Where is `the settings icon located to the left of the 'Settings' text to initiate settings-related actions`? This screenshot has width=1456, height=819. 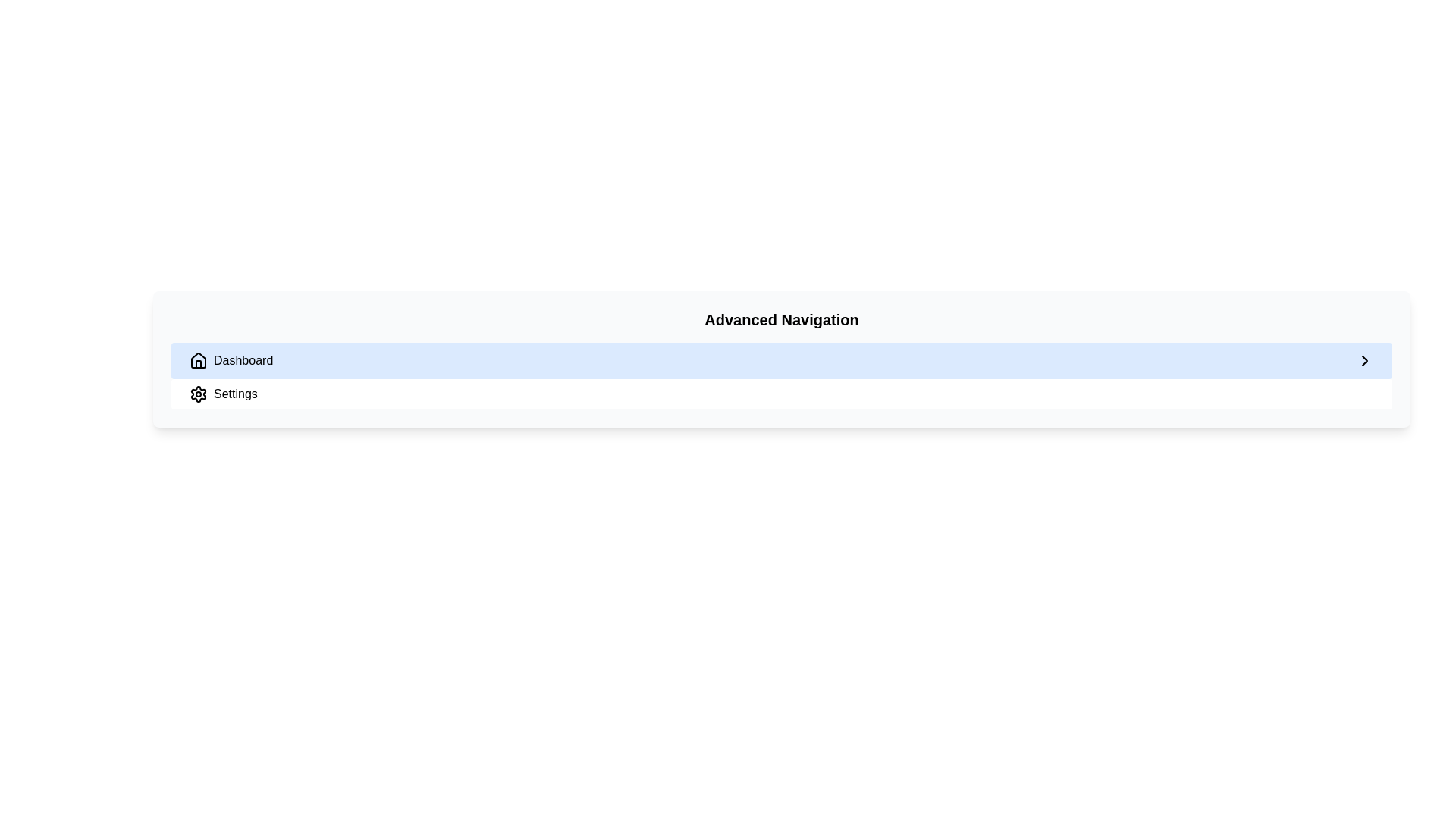
the settings icon located to the left of the 'Settings' text to initiate settings-related actions is located at coordinates (198, 394).